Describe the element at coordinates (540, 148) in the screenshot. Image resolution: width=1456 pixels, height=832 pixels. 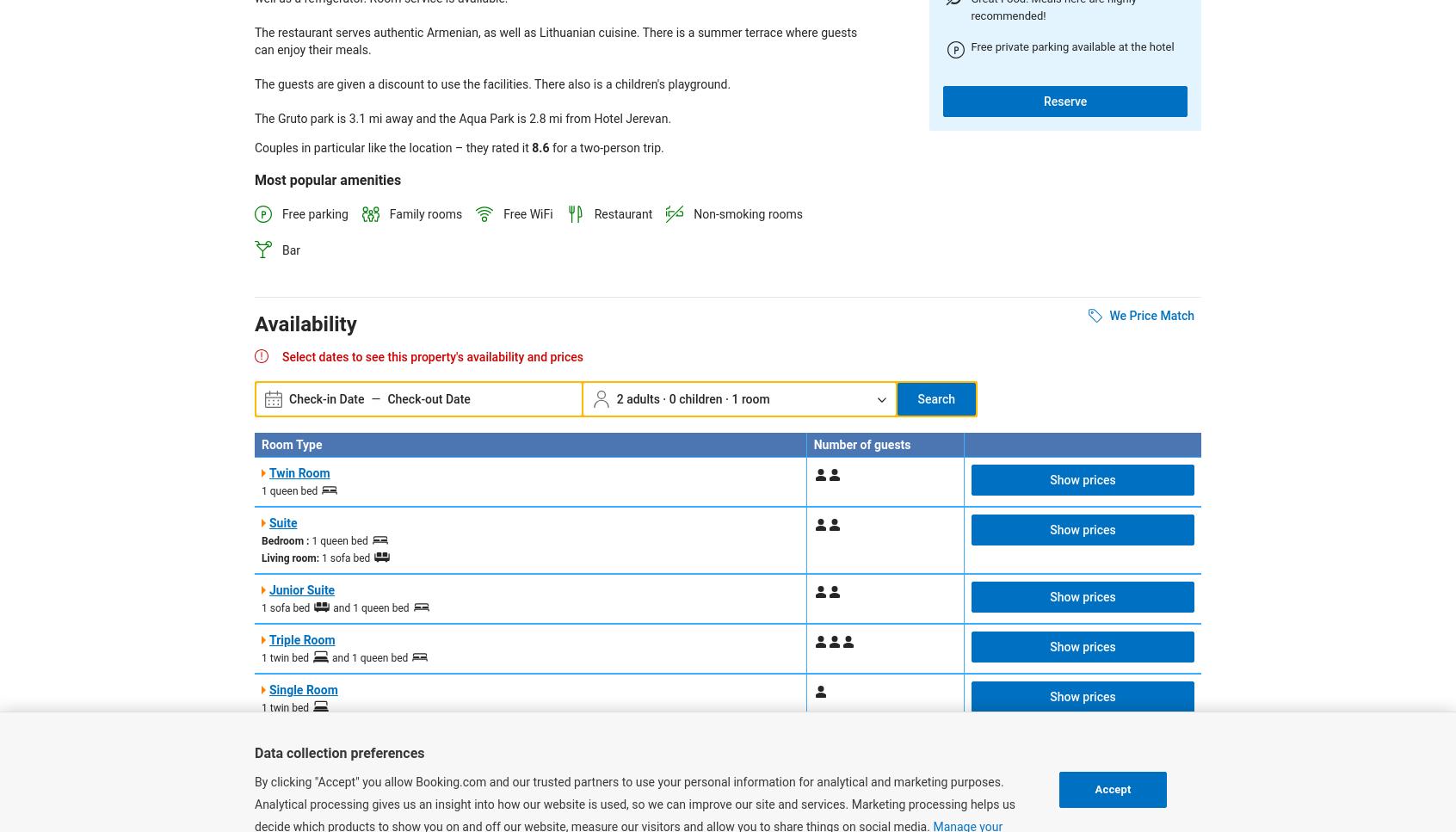
I see `'8.6'` at that location.